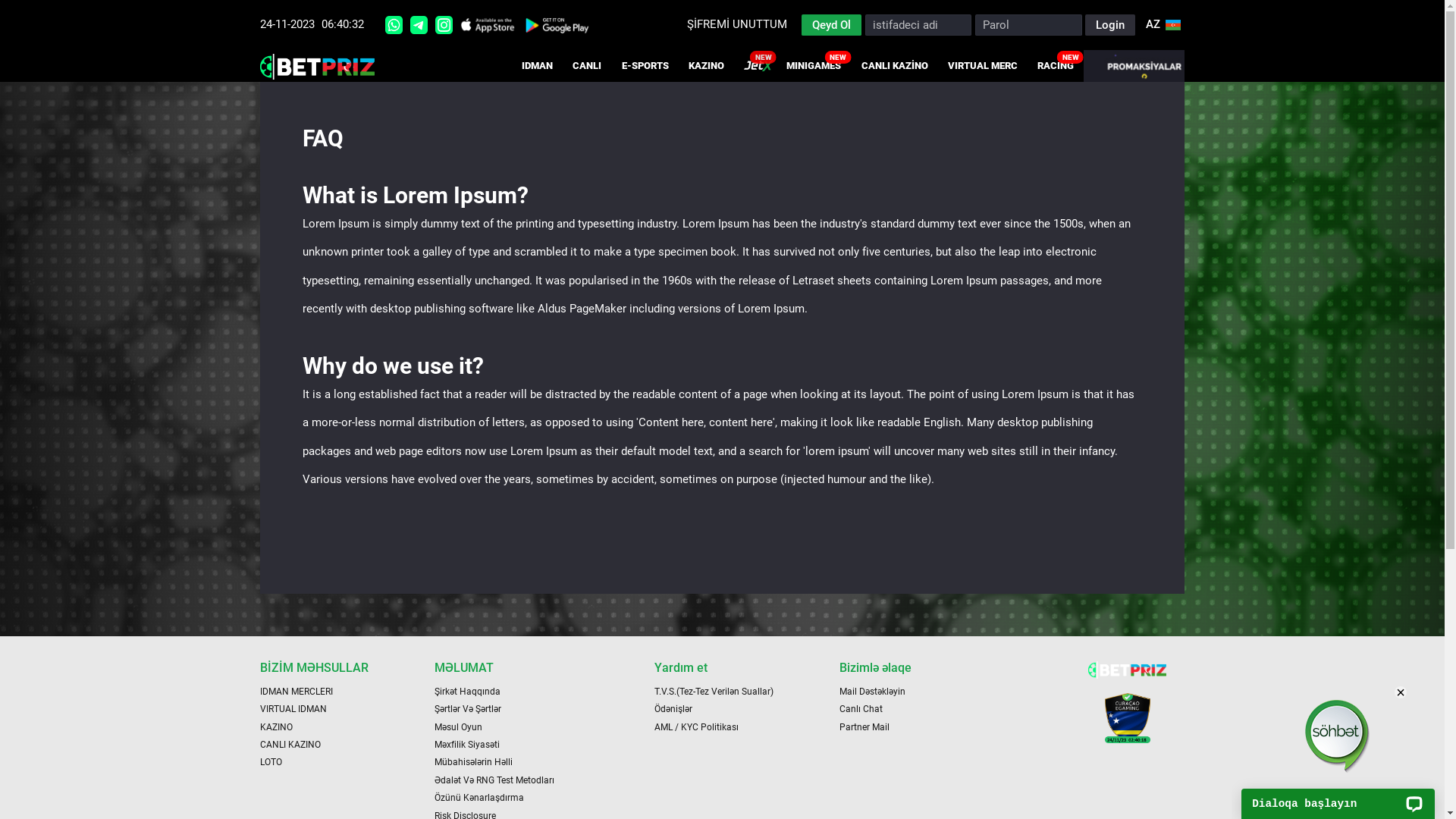 This screenshot has width=1456, height=819. What do you see at coordinates (830, 25) in the screenshot?
I see `'Qeyd Ol'` at bounding box center [830, 25].